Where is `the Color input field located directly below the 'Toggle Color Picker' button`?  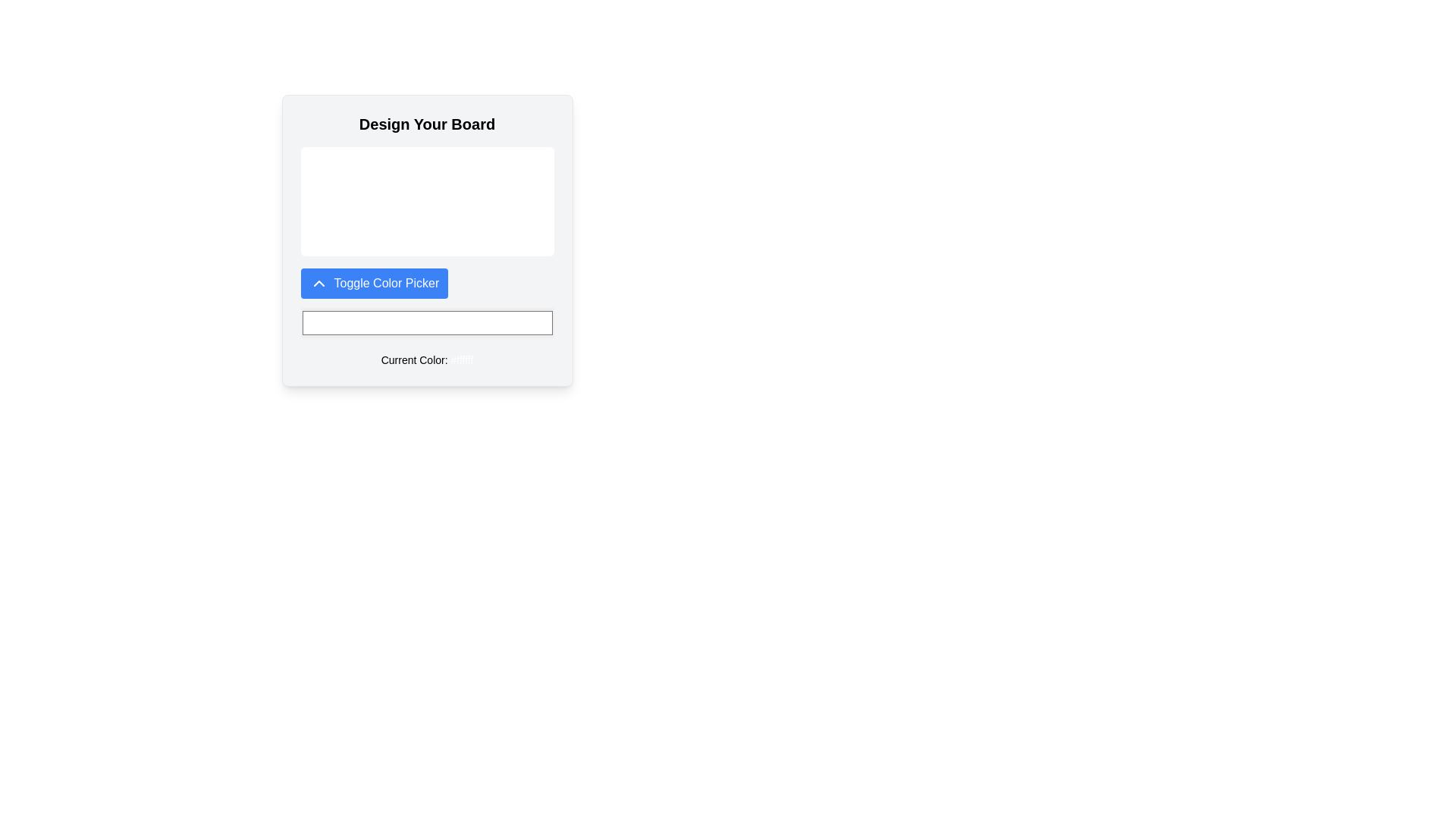 the Color input field located directly below the 'Toggle Color Picker' button is located at coordinates (426, 322).